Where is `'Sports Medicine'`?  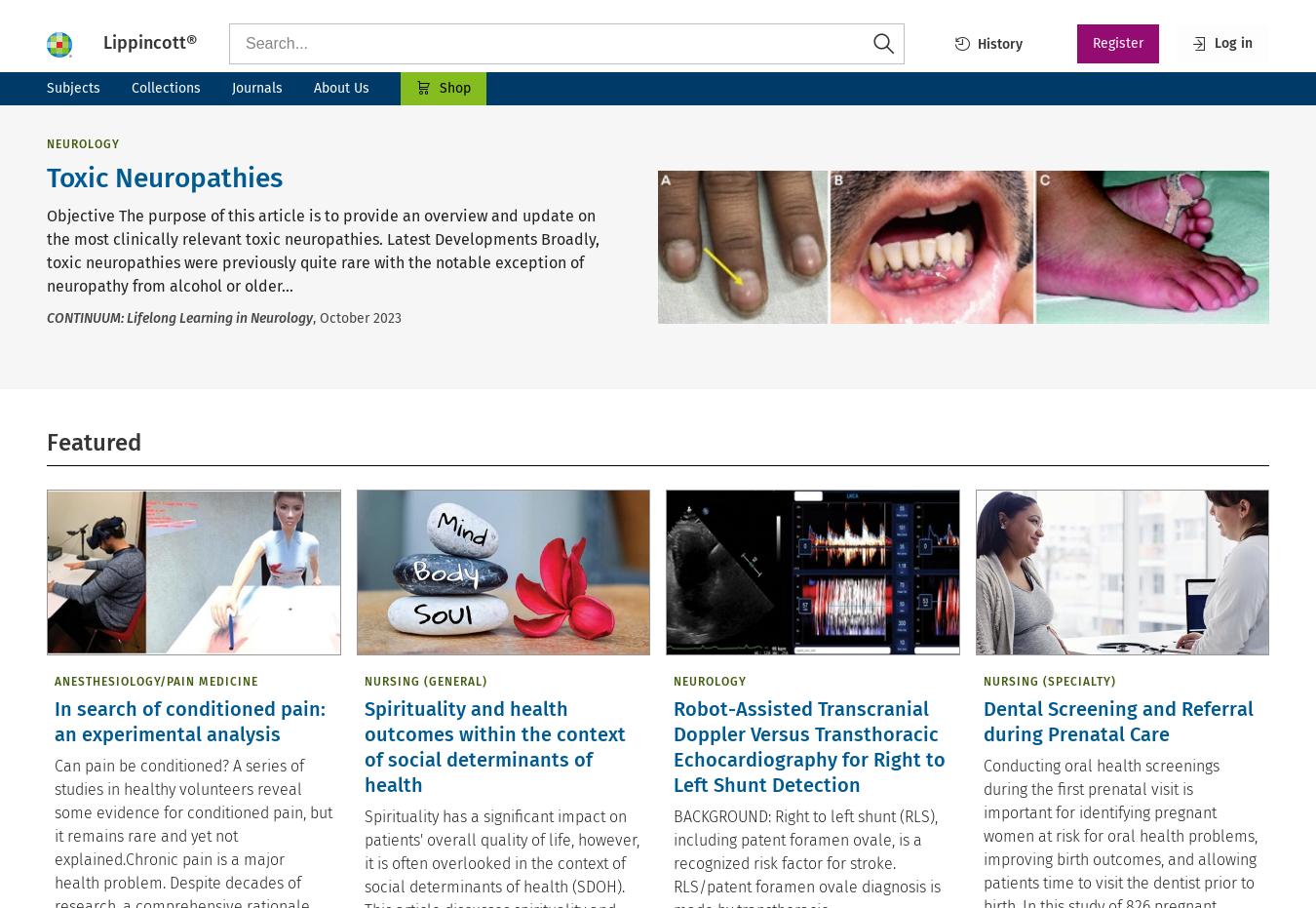
'Sports Medicine' is located at coordinates (712, 653).